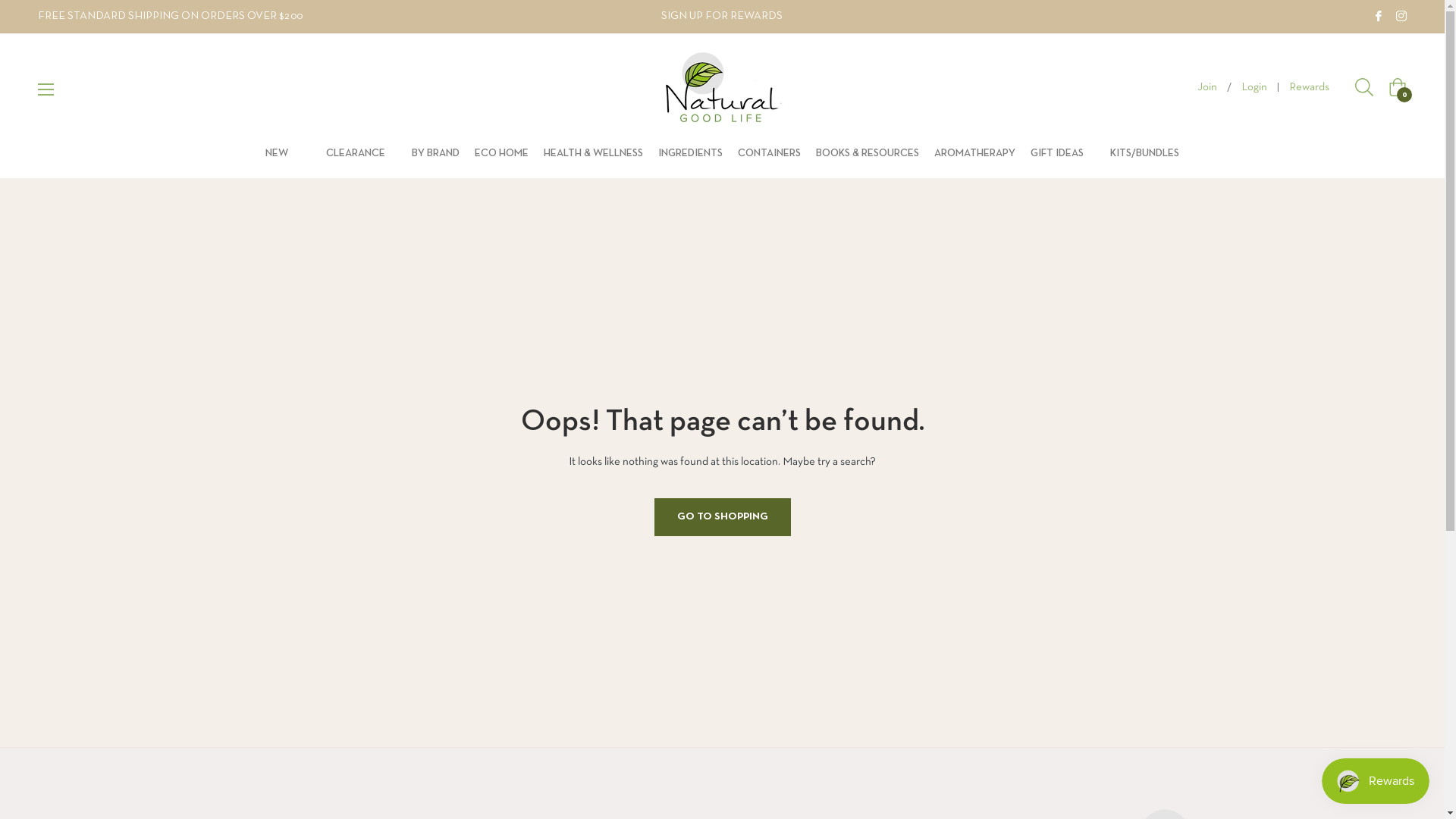  Describe the element at coordinates (689, 153) in the screenshot. I see `'INGREDIENTS'` at that location.